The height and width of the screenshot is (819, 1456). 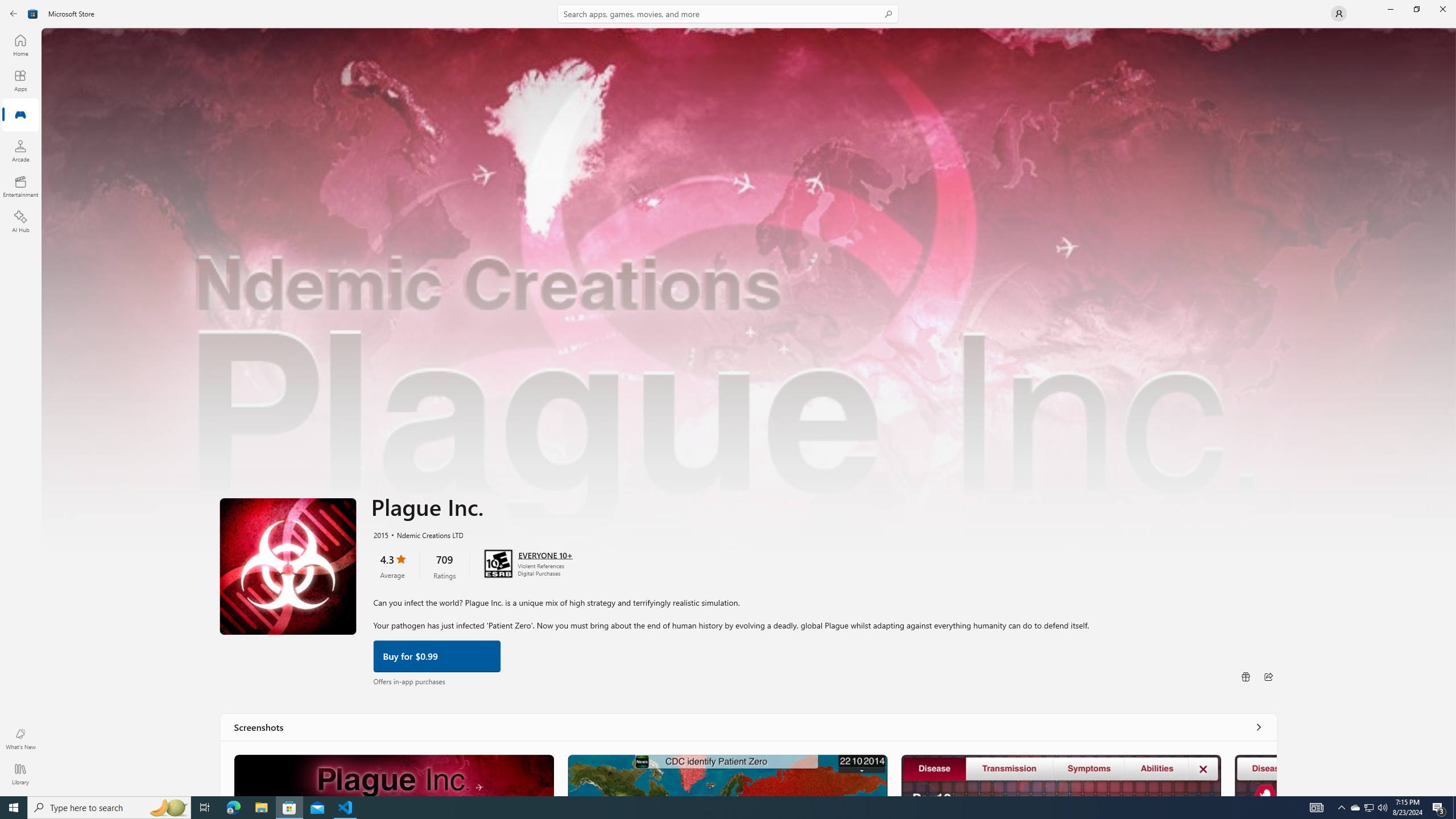 I want to click on 'Minimize Microsoft Store', so click(x=1389, y=9).